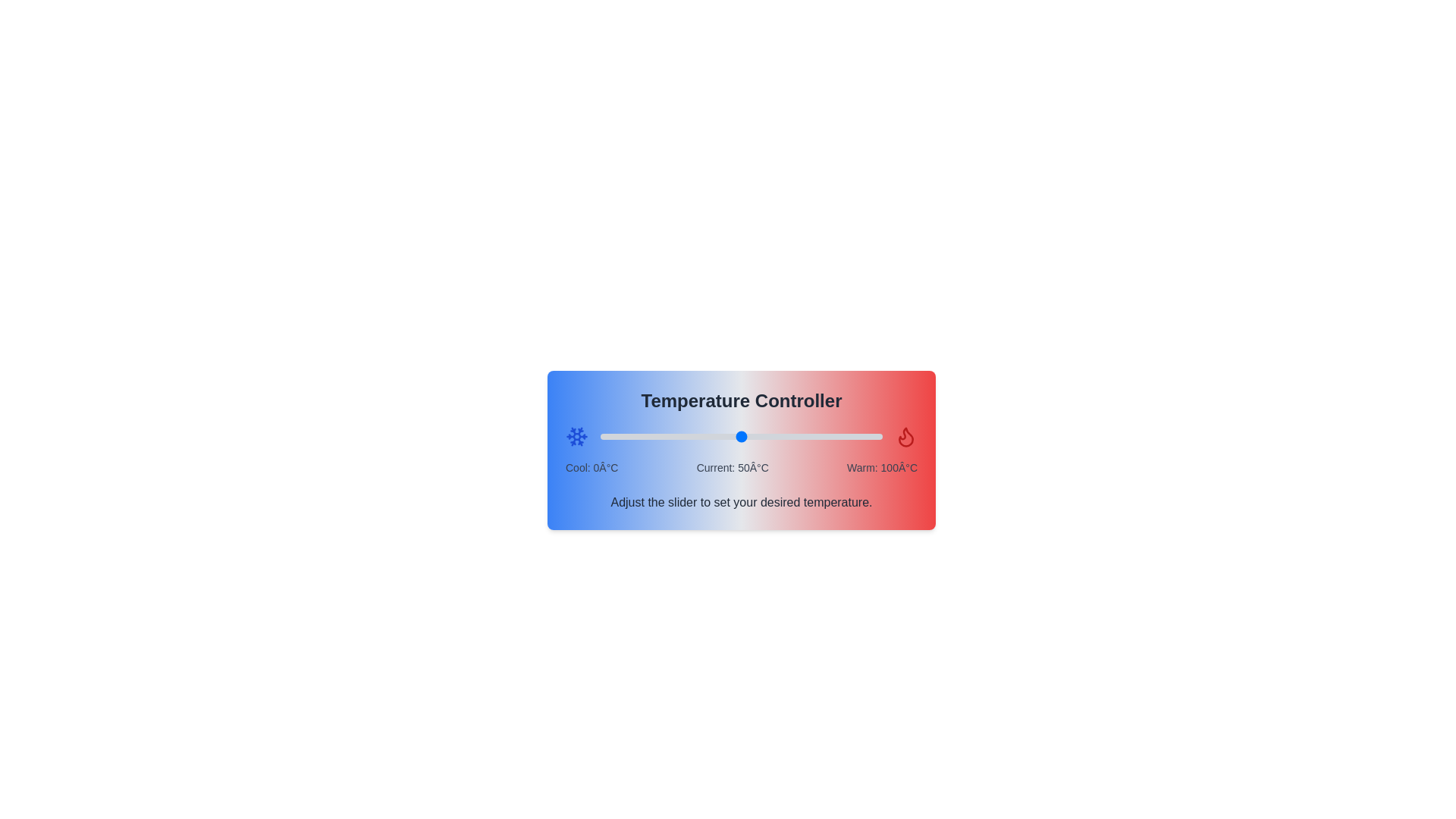 Image resolution: width=1456 pixels, height=819 pixels. Describe the element at coordinates (654, 436) in the screenshot. I see `the temperature slider to 19°C` at that location.